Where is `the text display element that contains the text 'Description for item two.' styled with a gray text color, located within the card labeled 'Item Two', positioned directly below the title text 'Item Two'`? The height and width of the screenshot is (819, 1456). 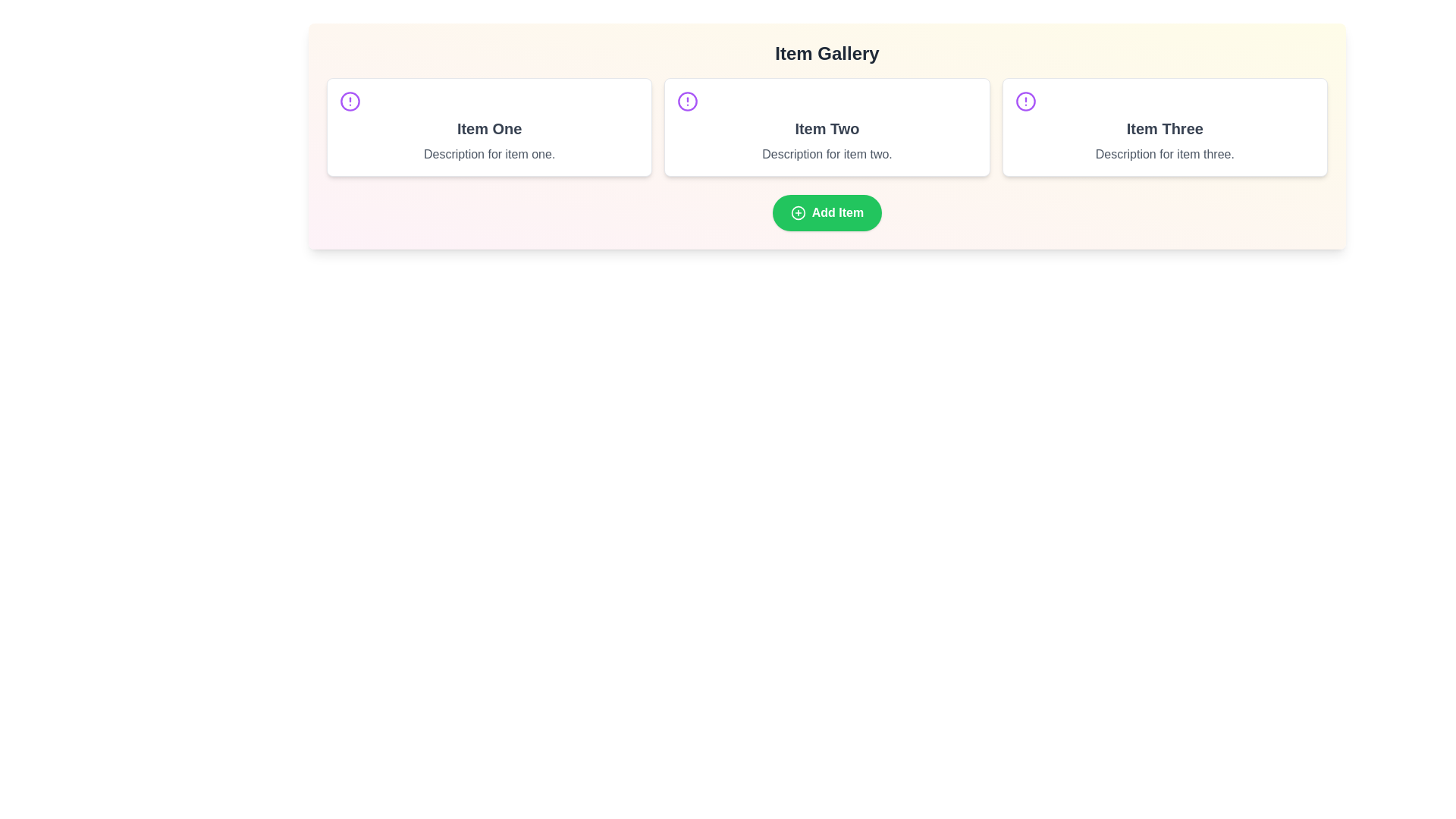 the text display element that contains the text 'Description for item two.' styled with a gray text color, located within the card labeled 'Item Two', positioned directly below the title text 'Item Two' is located at coordinates (826, 155).